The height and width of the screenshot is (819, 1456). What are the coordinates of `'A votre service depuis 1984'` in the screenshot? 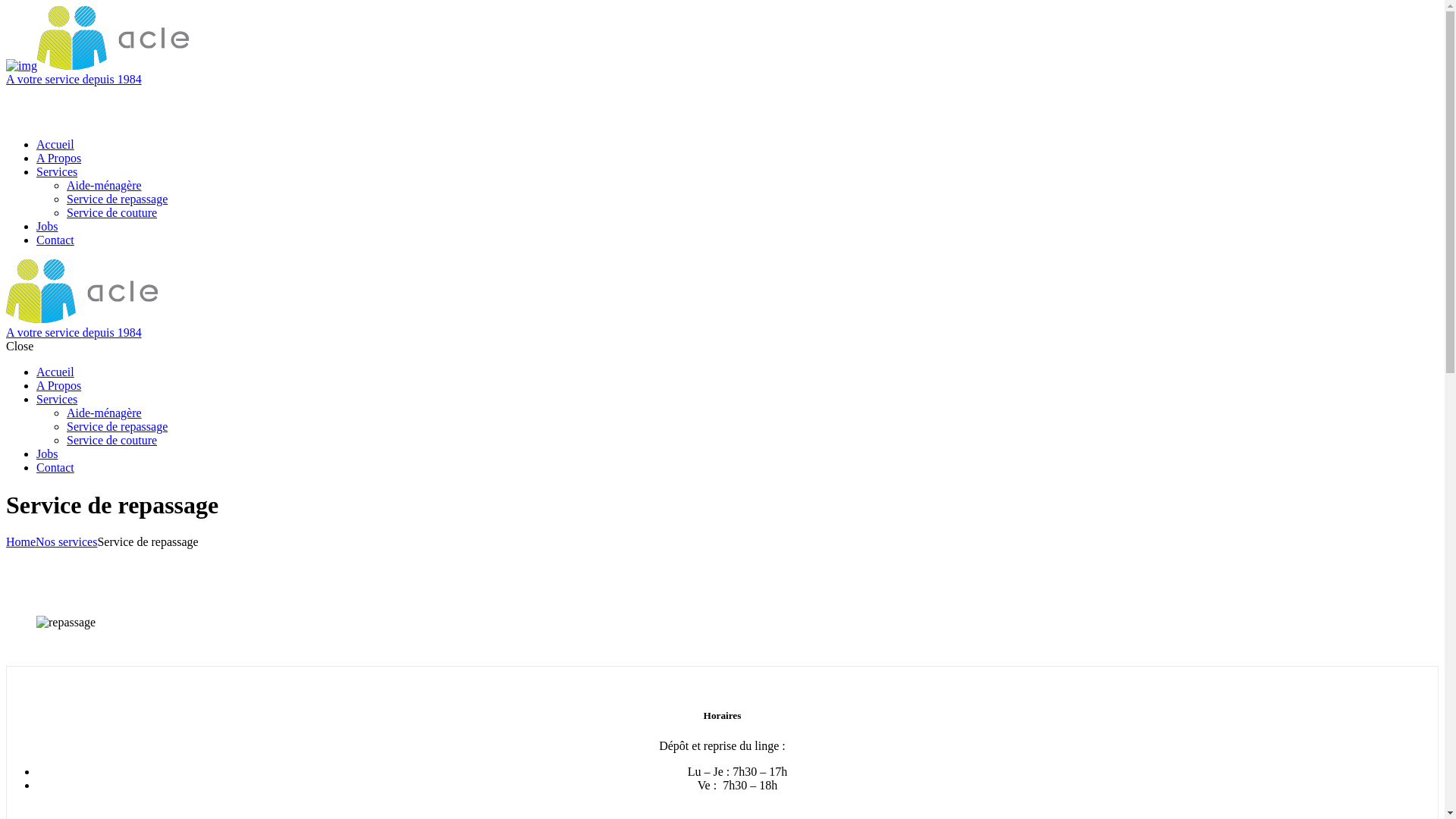 It's located at (6, 73).